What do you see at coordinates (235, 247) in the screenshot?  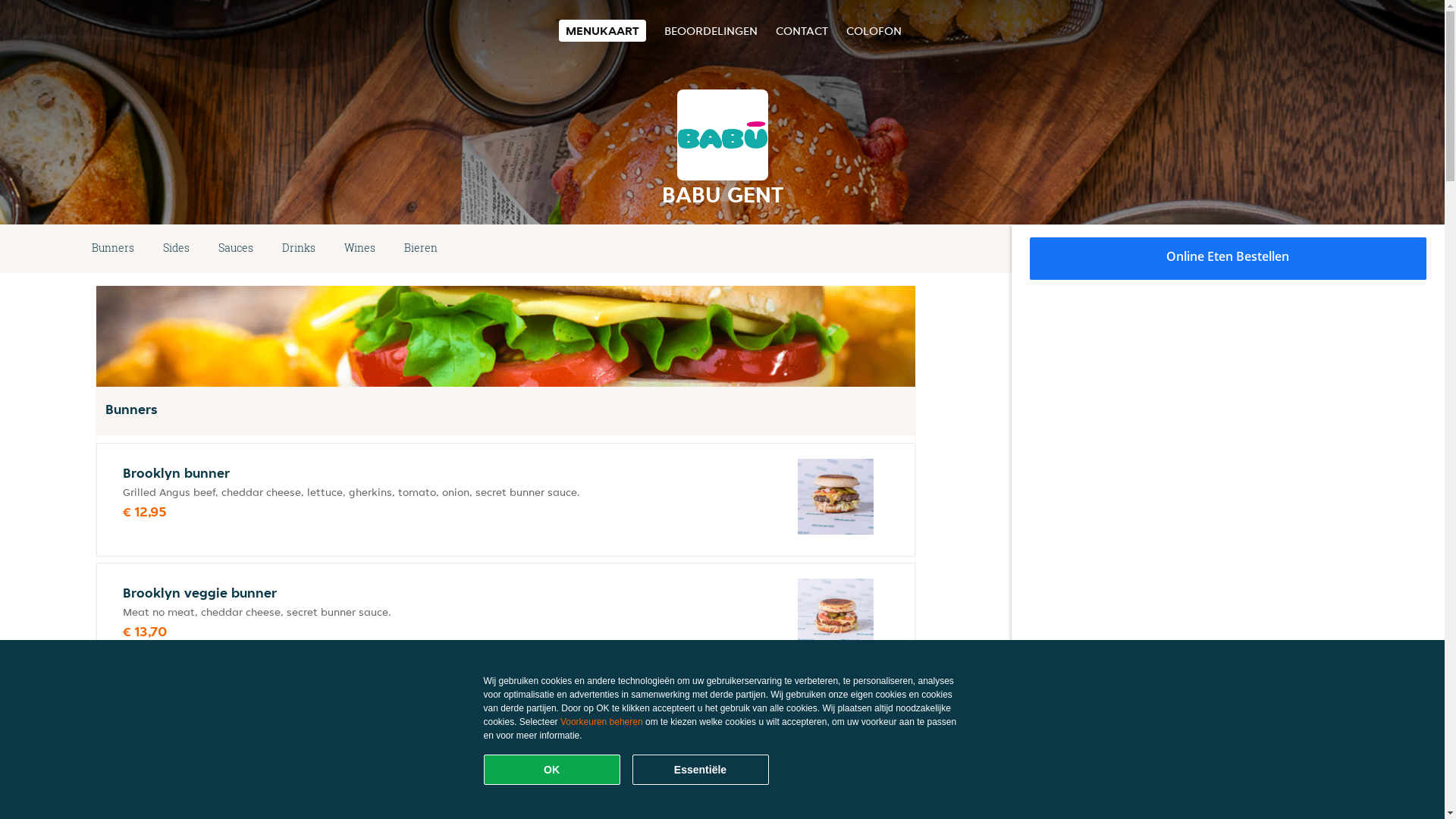 I see `'Sauces'` at bounding box center [235, 247].